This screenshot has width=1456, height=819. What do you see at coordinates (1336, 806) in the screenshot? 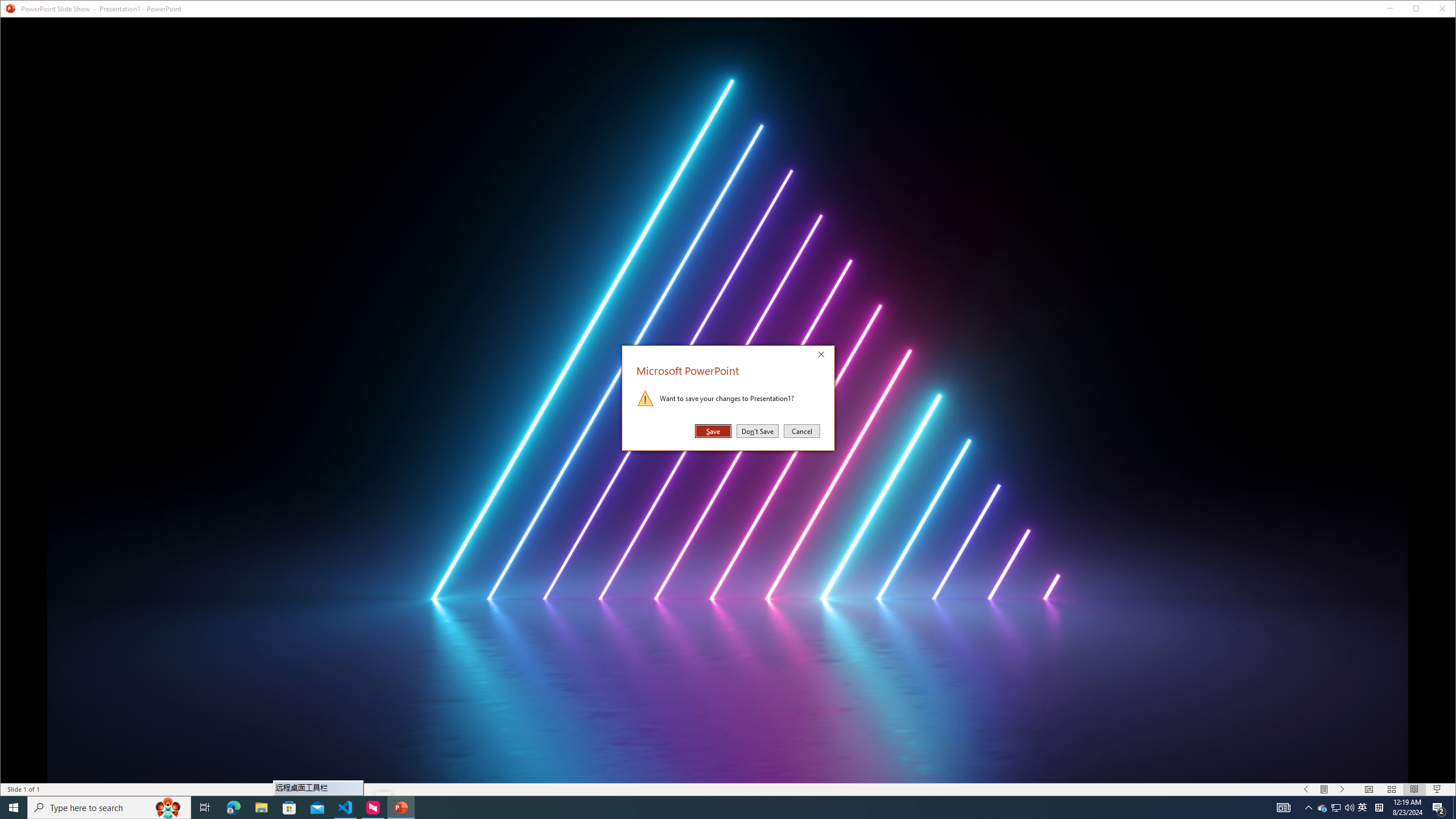
I see `'User Promoted Notification Area'` at bounding box center [1336, 806].